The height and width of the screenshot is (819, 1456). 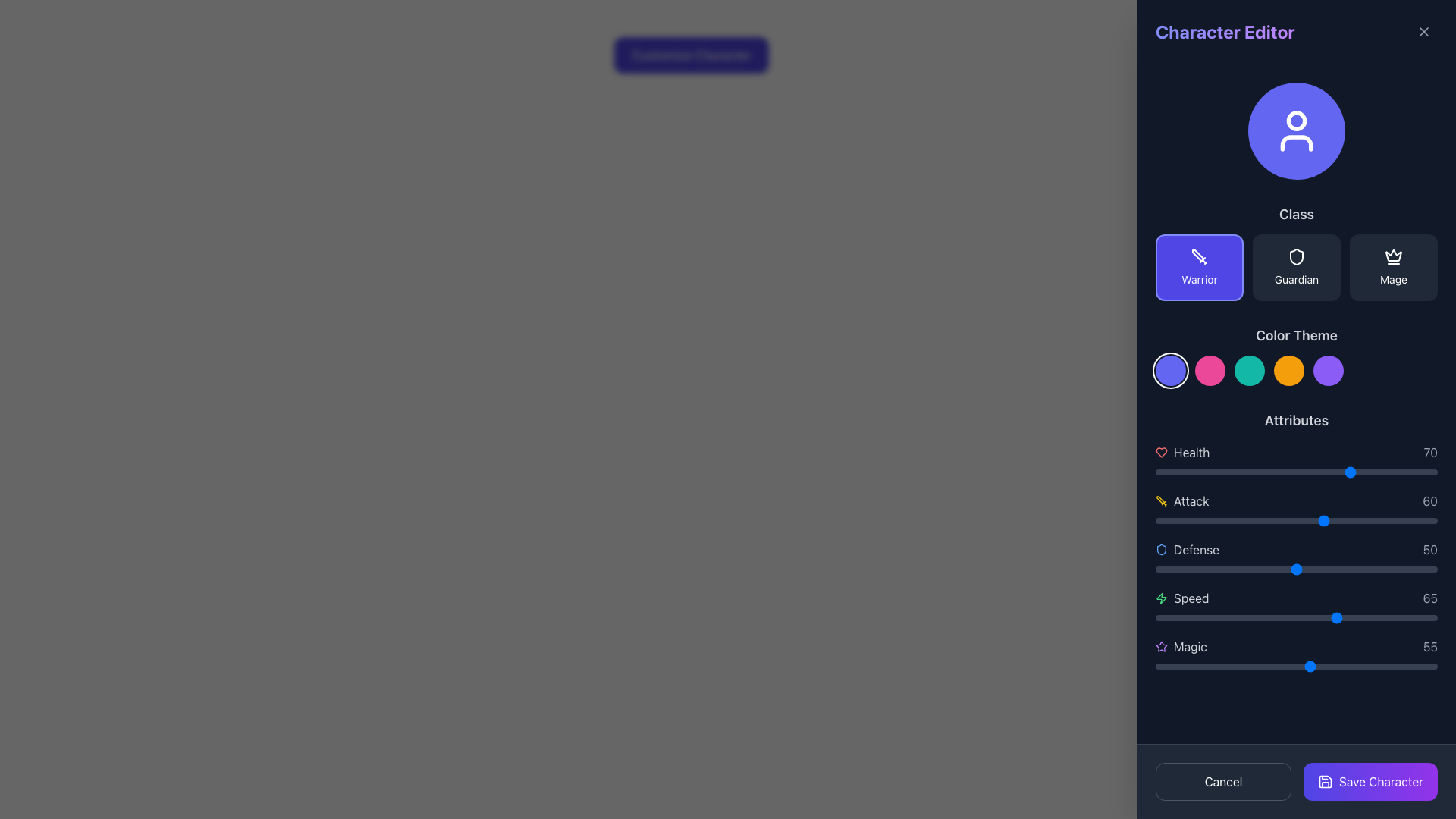 What do you see at coordinates (1288, 371) in the screenshot?
I see `the fourth circular orange button under the 'Color Theme' section in the 'Character Editor' panel` at bounding box center [1288, 371].